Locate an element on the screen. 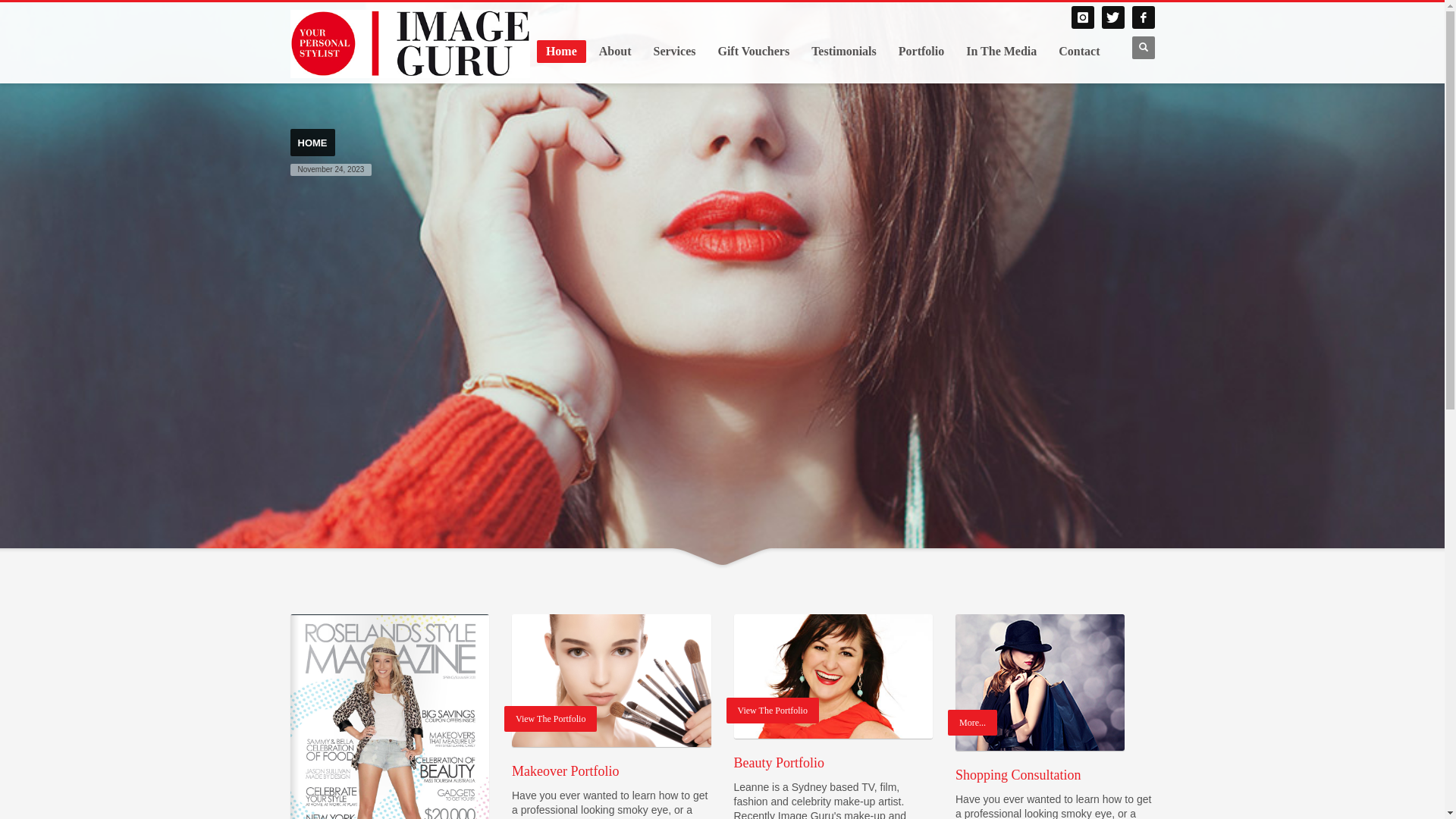 This screenshot has width=1456, height=819. 'In The Media' is located at coordinates (956, 51).